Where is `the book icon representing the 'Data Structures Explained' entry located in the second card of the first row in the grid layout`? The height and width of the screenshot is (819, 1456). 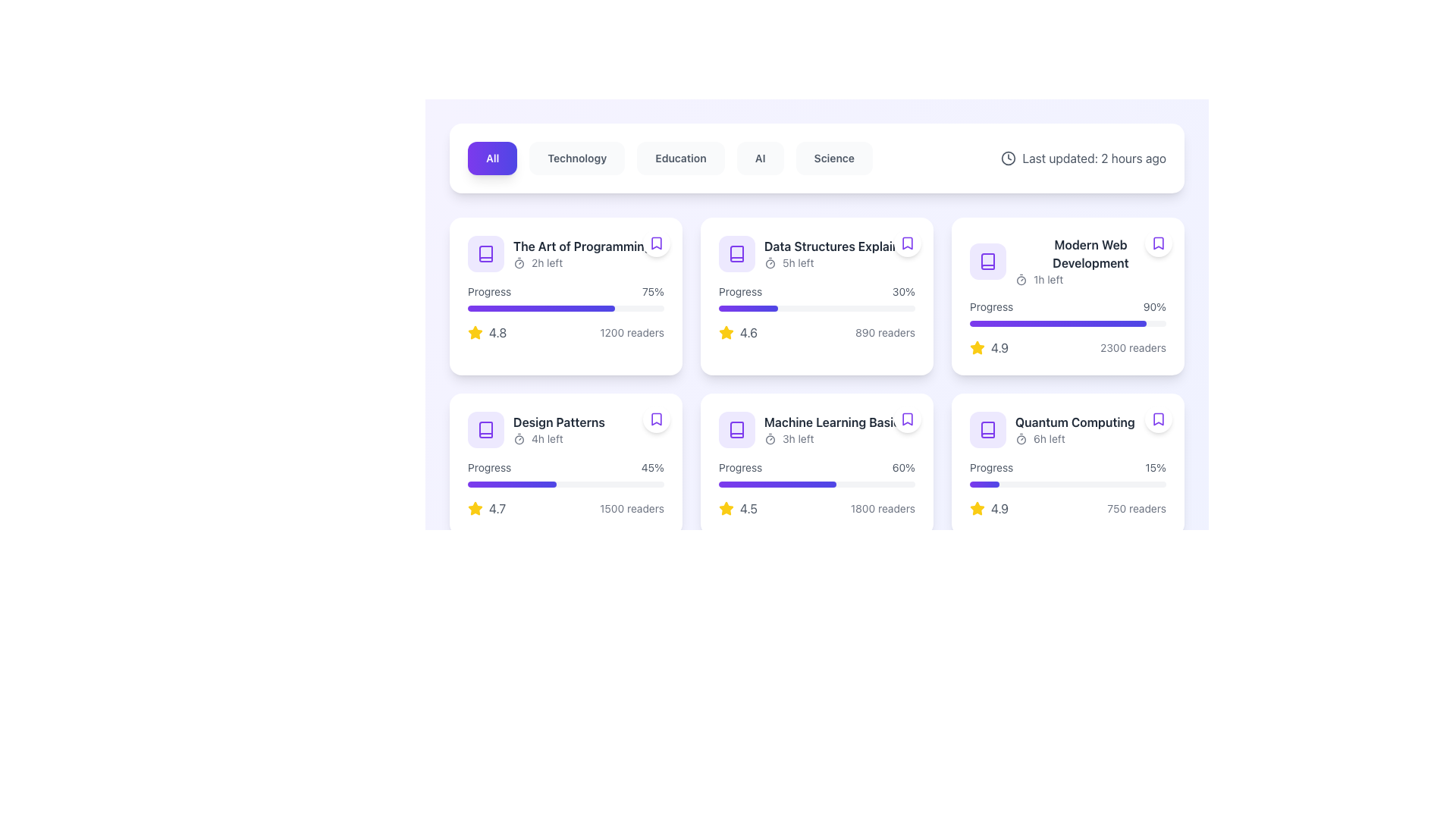 the book icon representing the 'Data Structures Explained' entry located in the second card of the first row in the grid layout is located at coordinates (736, 253).